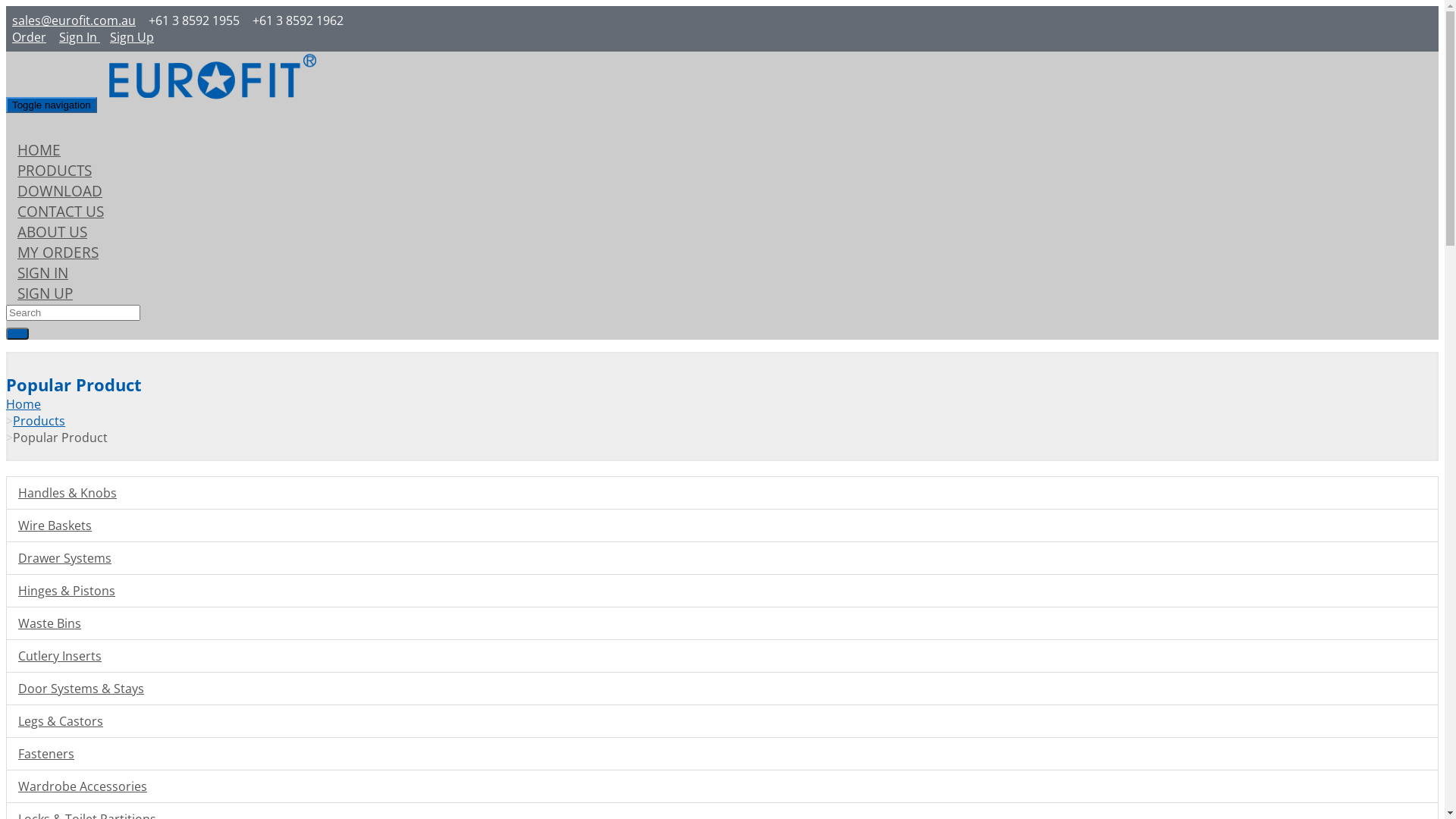  Describe the element at coordinates (73, 20) in the screenshot. I see `'sales@eurofit.com.au'` at that location.